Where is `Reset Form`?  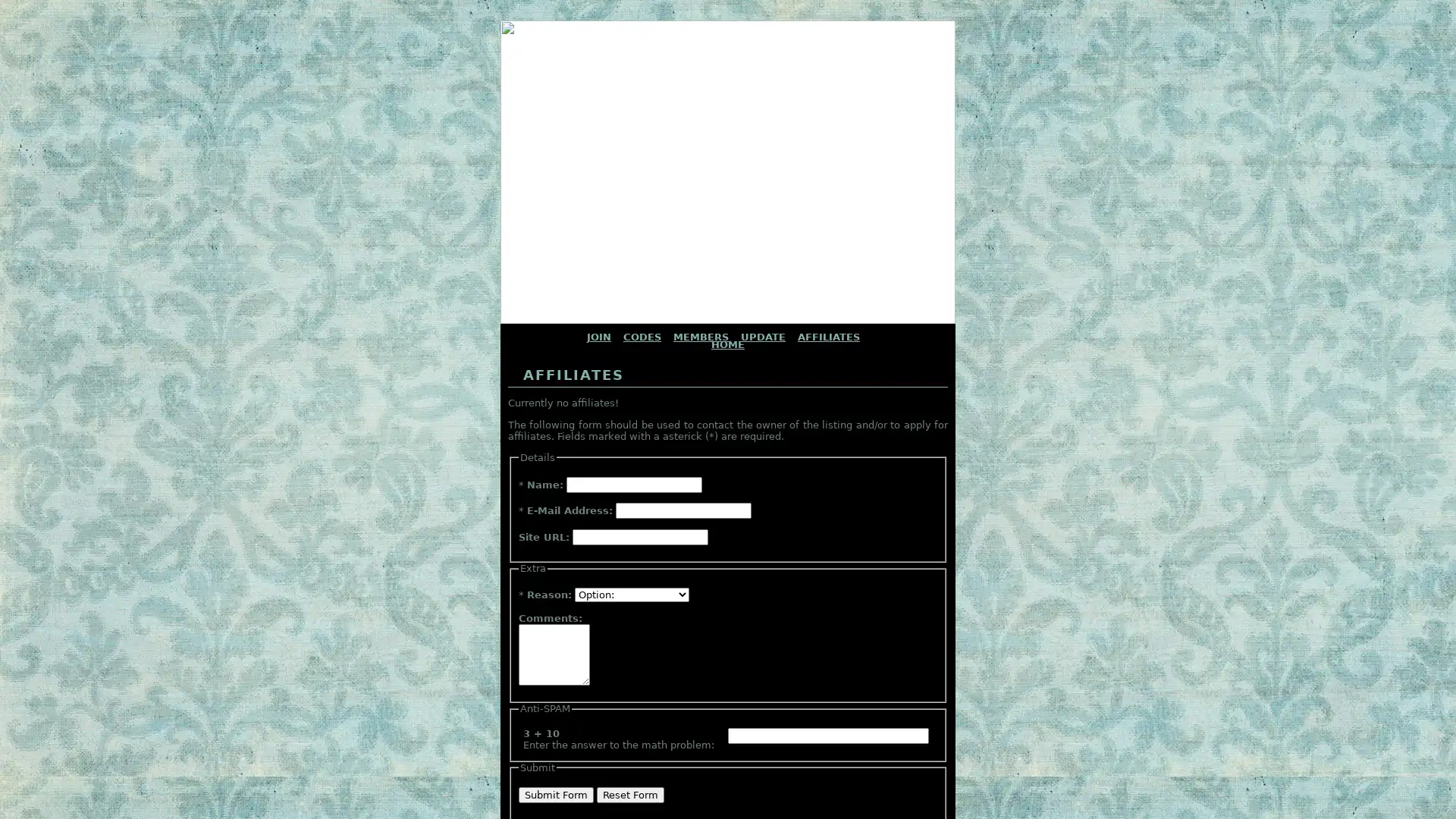
Reset Form is located at coordinates (630, 793).